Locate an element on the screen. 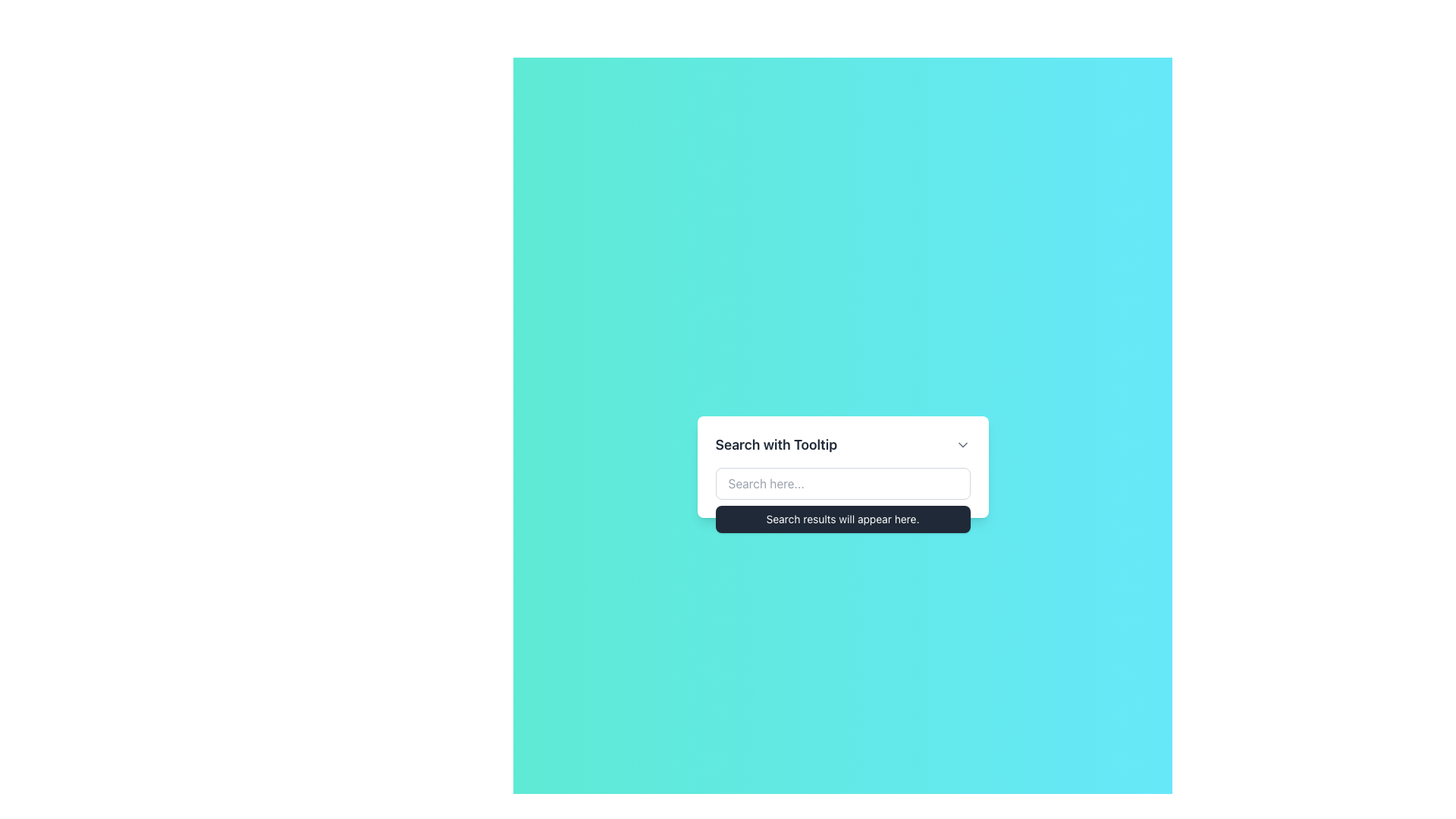 This screenshot has width=1456, height=819. the downward-pointing chevron icon in the top right corner of the 'Search with Tooltip' header is located at coordinates (962, 444).